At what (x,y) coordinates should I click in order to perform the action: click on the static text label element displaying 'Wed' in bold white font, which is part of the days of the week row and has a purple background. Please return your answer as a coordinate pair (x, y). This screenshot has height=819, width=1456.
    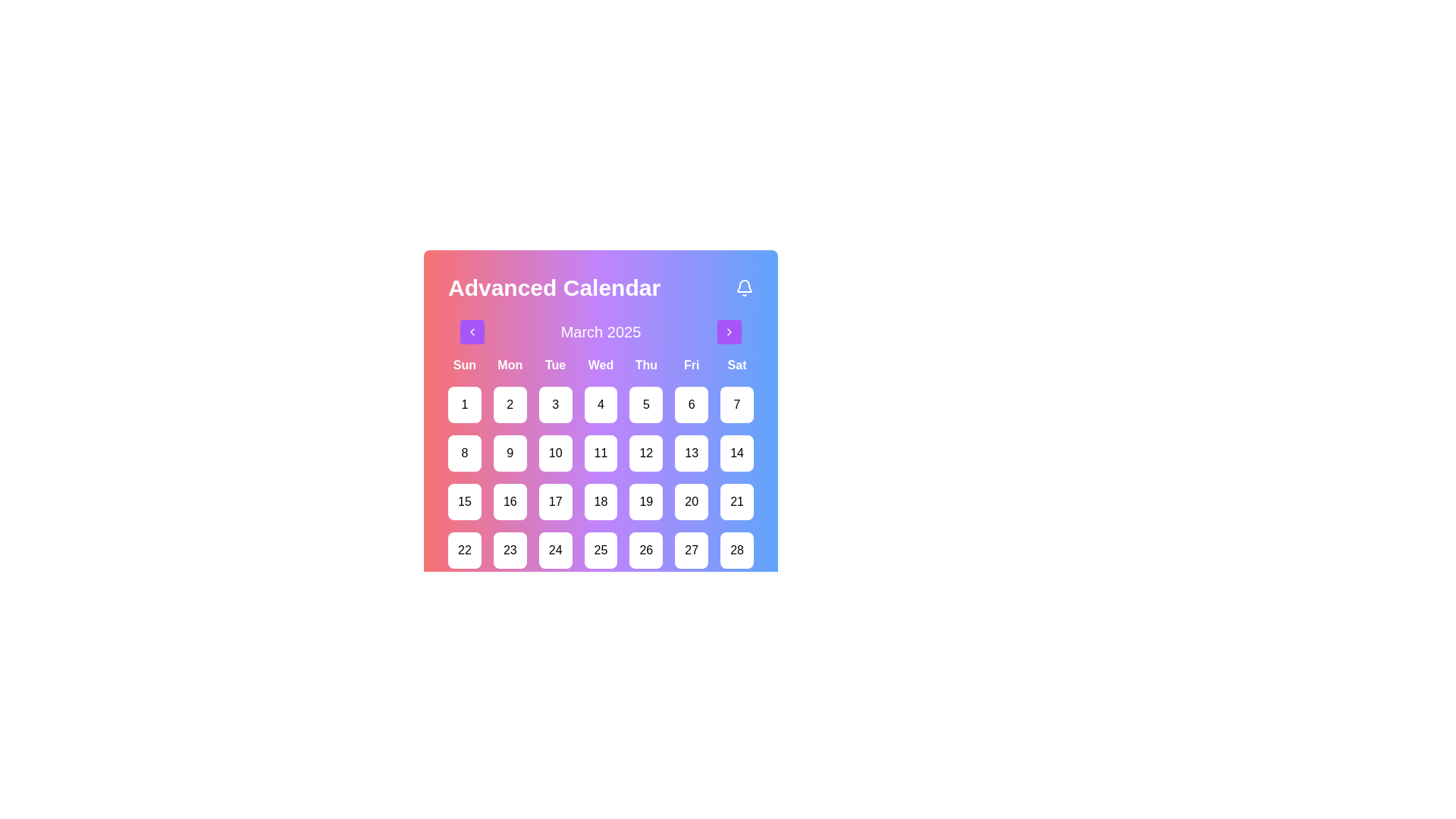
    Looking at the image, I should click on (600, 366).